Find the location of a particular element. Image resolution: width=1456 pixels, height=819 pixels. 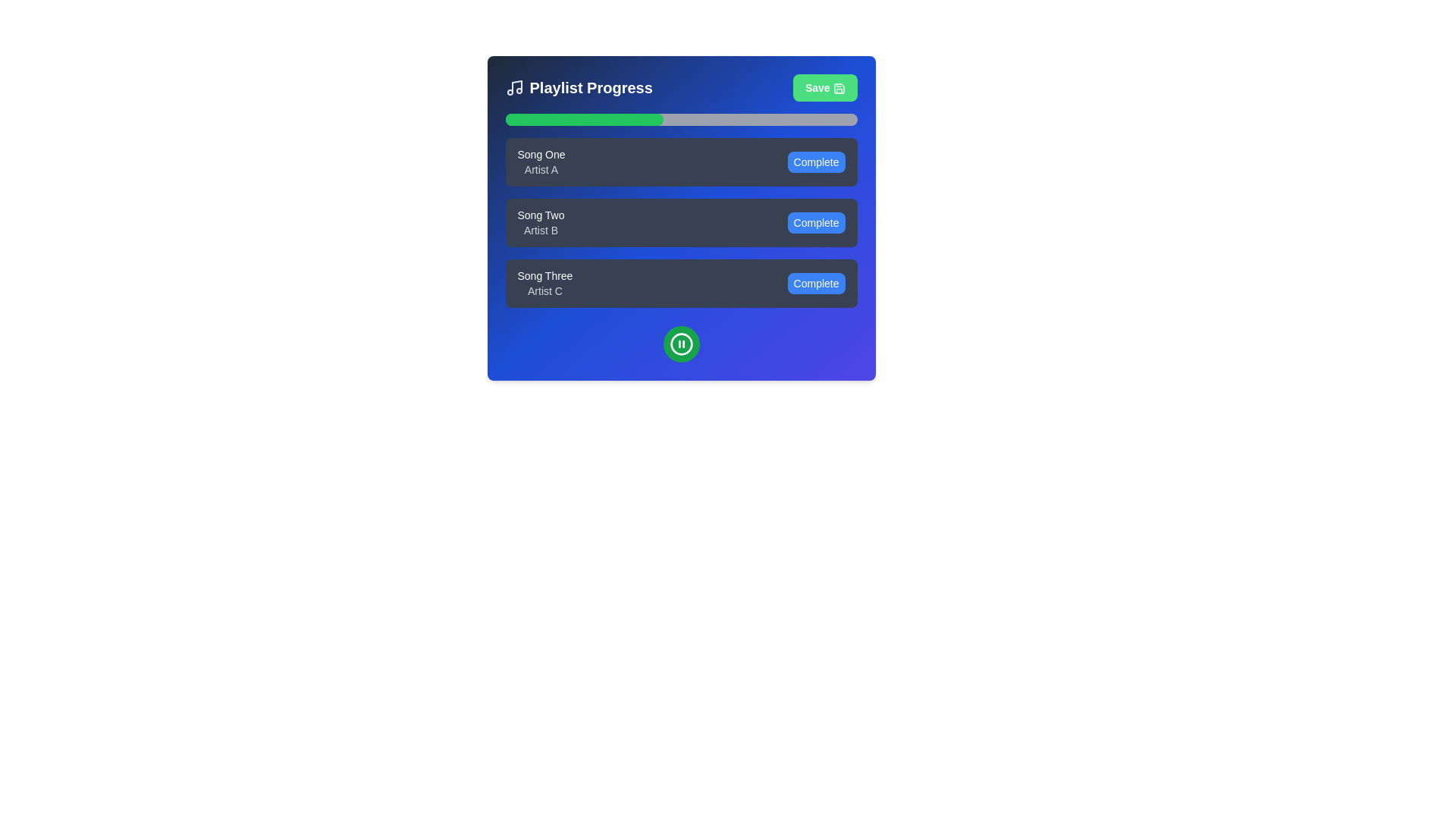

the circular playback control button located at the bottom center of the playlist progress interface is located at coordinates (680, 344).